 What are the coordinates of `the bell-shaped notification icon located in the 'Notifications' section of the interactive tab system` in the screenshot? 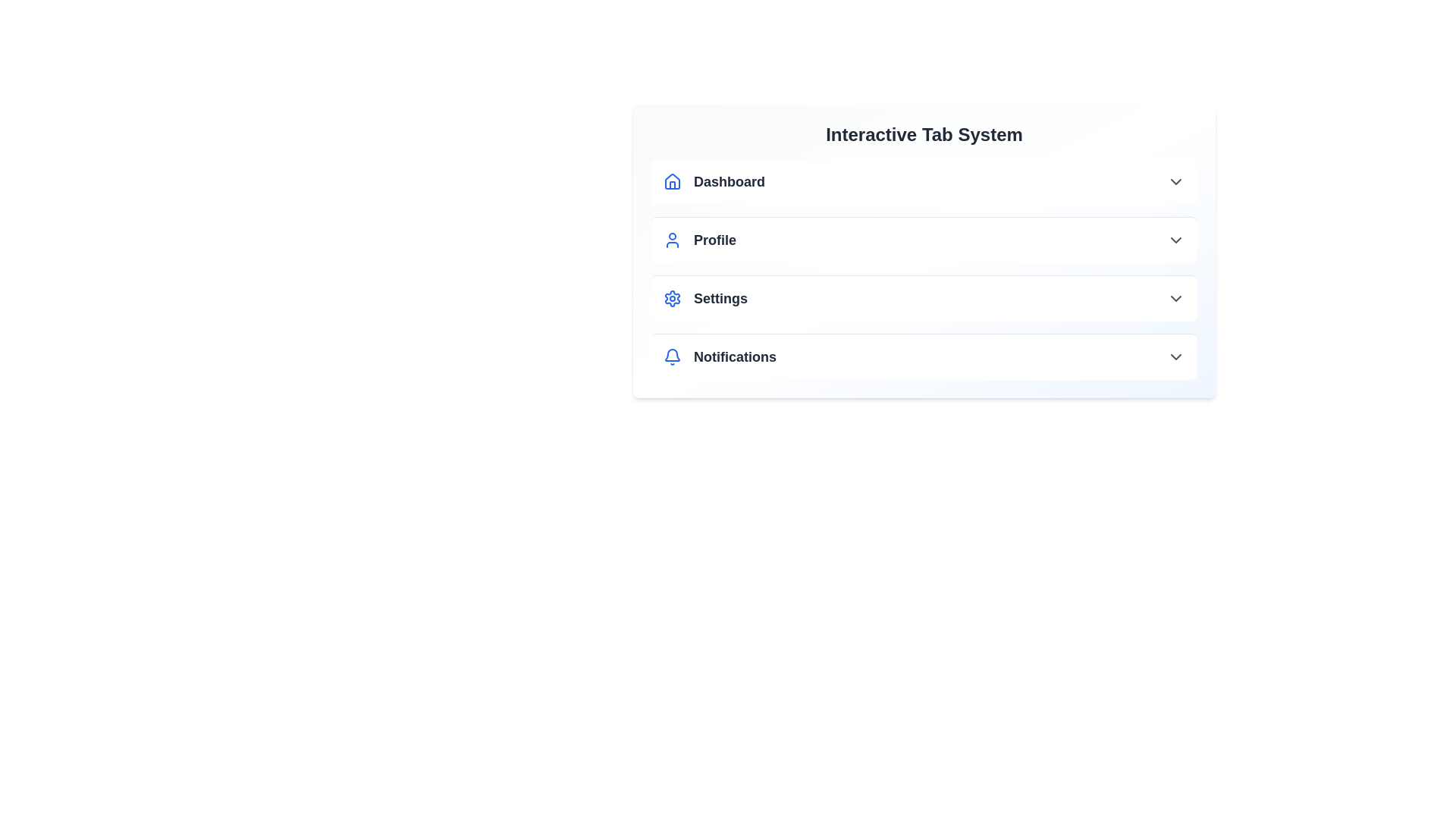 It's located at (672, 355).